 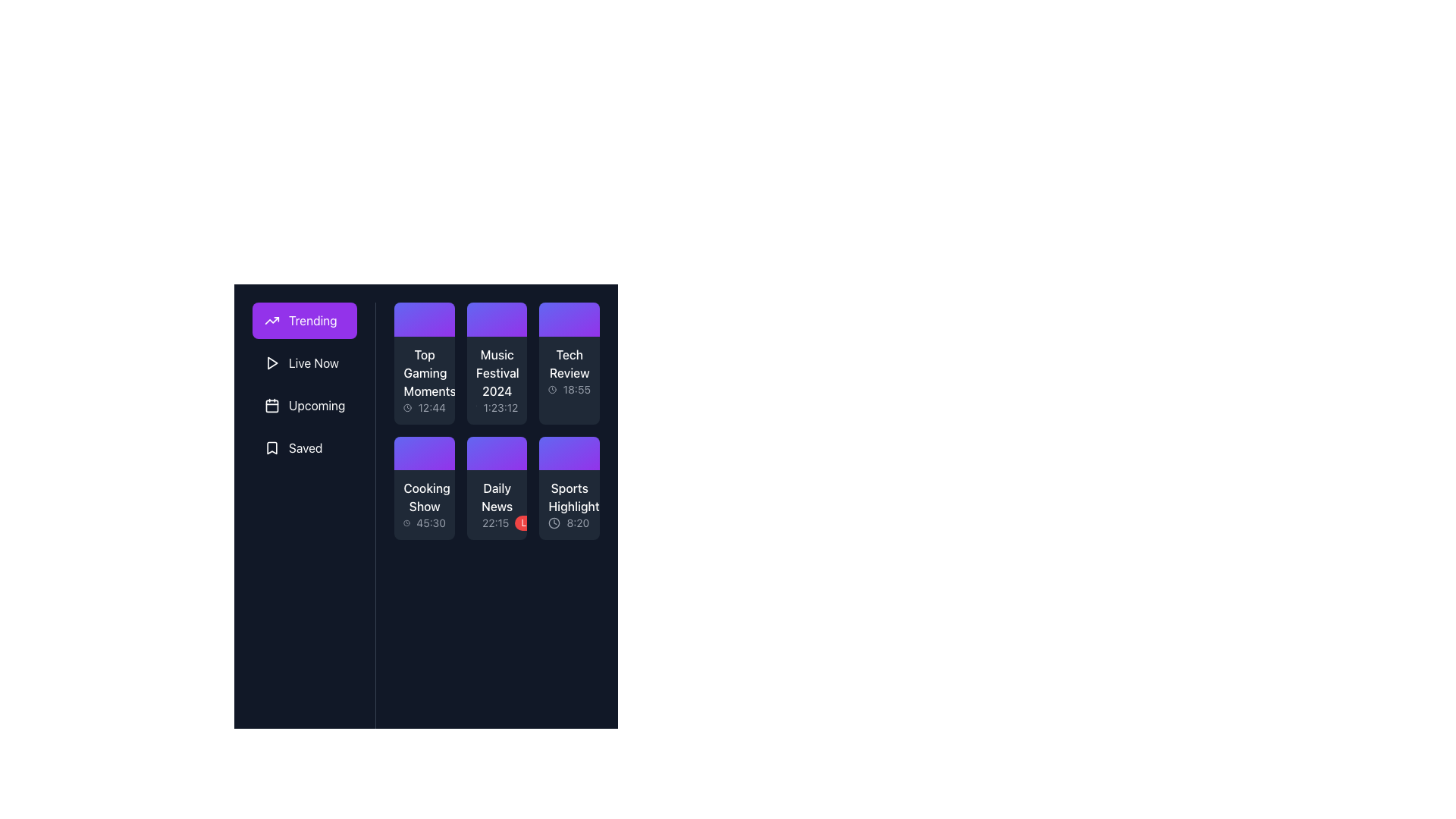 I want to click on the text label displaying '22:15', which is styled with a gray font color and is located in the second row, second column of the grid layout under 'Daily News', so click(x=495, y=522).